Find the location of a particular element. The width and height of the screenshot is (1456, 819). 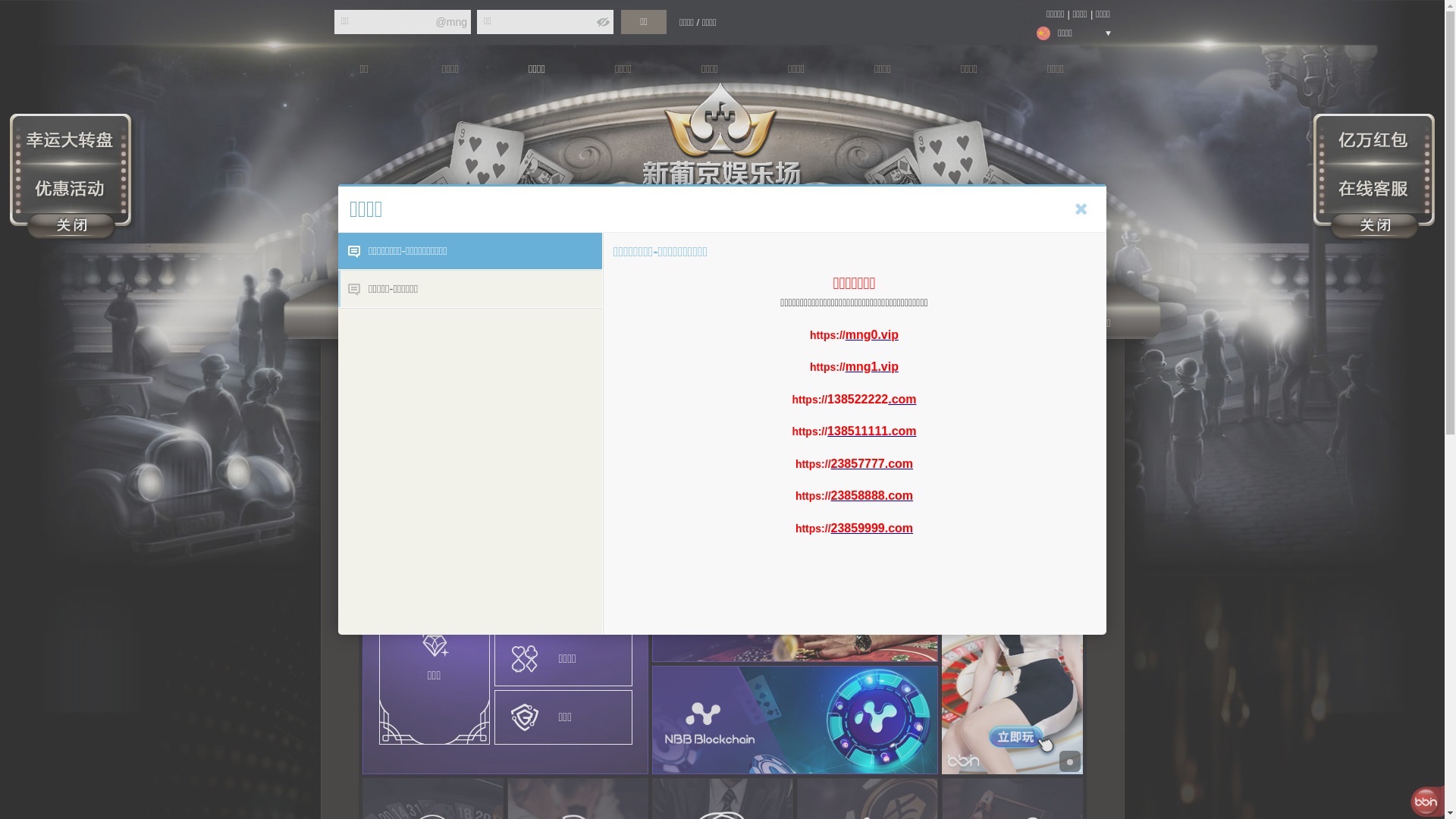

'23859999.com' is located at coordinates (872, 527).